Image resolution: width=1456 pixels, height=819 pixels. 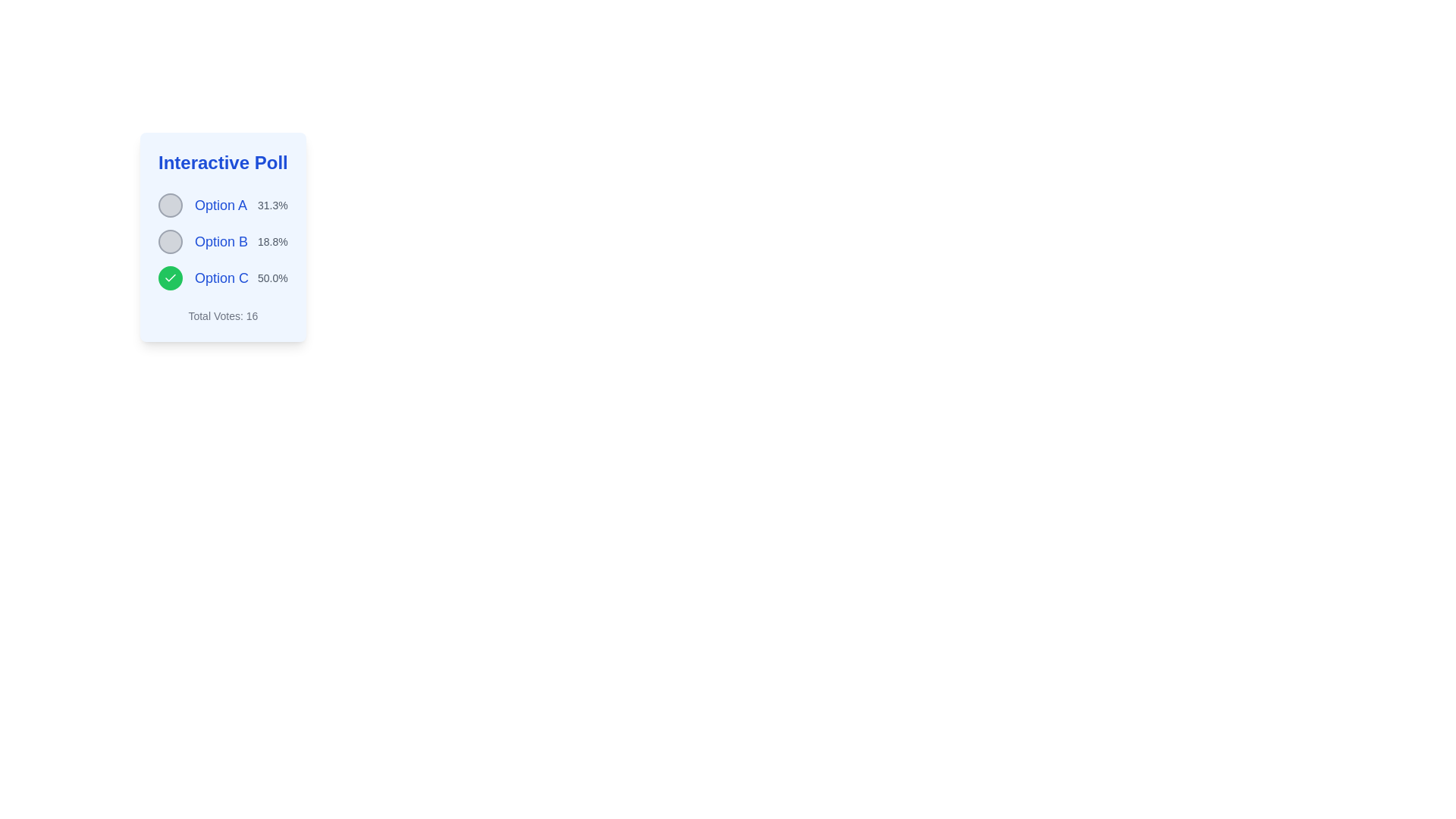 I want to click on the 'Option B' label, which is styled in blue font and located to the right of a gray circular shape in the 'Interactive Poll' component, so click(x=202, y=241).